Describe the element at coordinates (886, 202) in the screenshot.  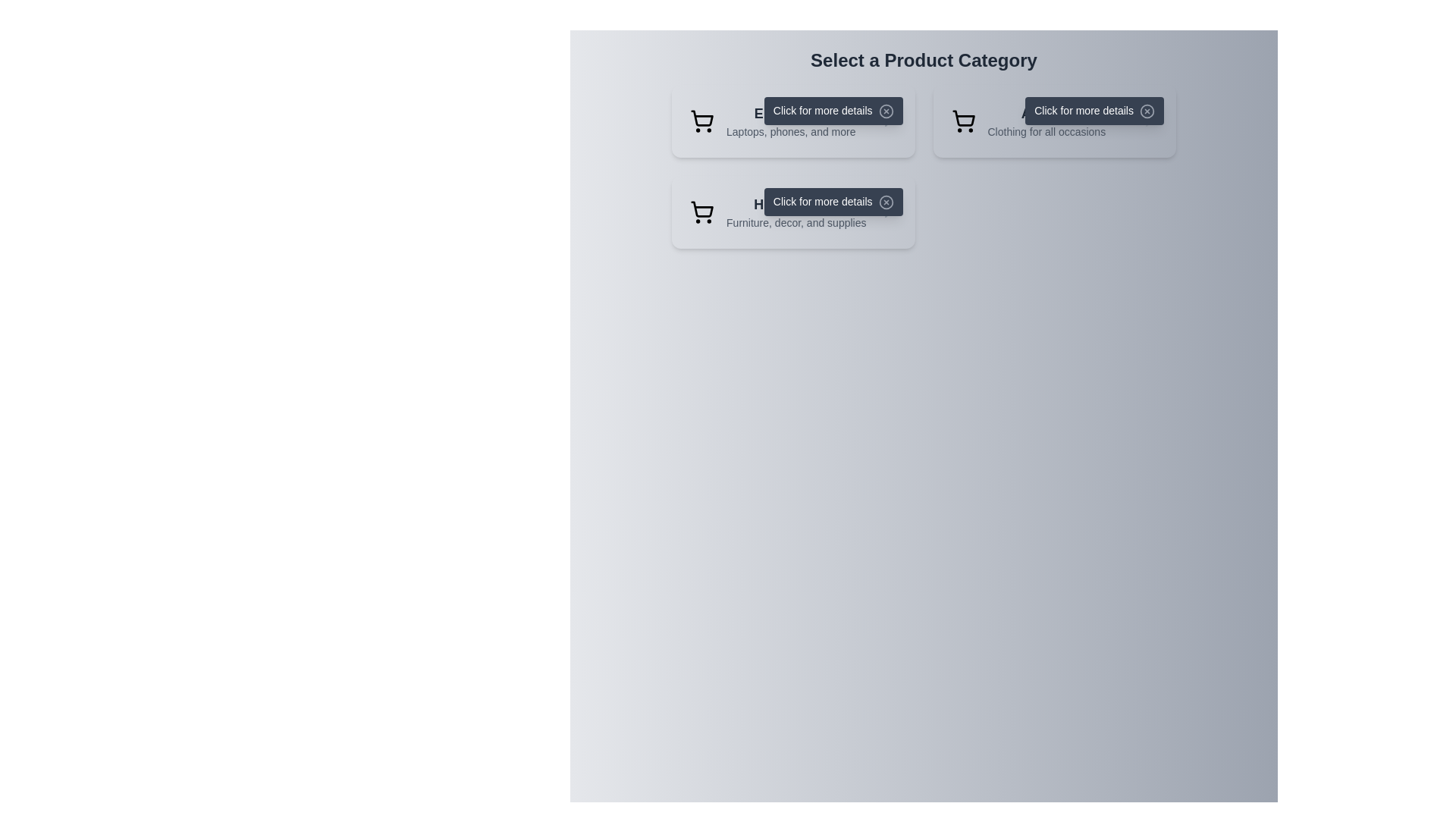
I see `the close icon with a circular boundary and an 'x' mark inside, located in the top-right section of the tooltip titled 'Click for more details.'` at that location.